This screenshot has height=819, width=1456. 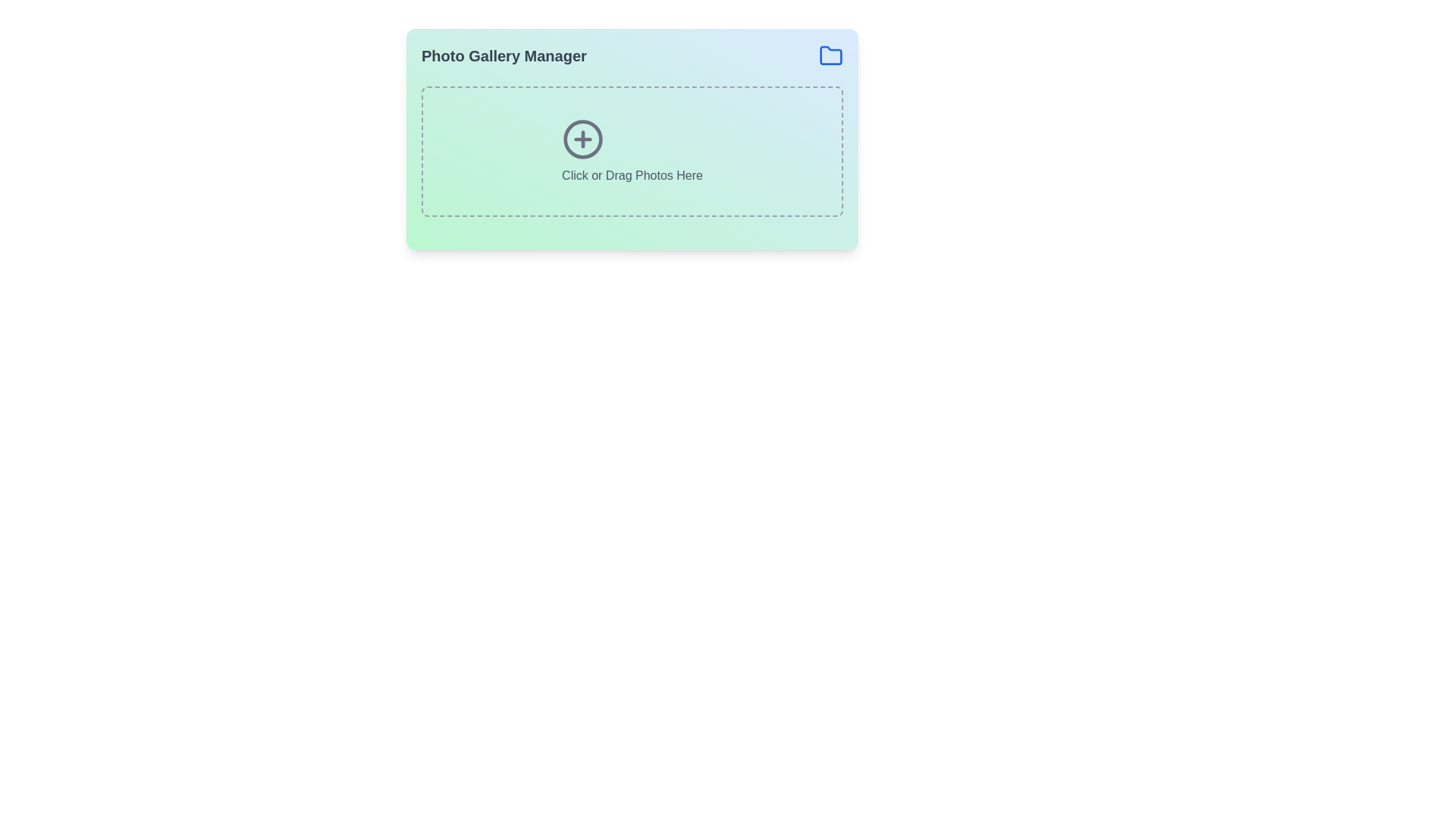 I want to click on the circular icon button with a plus sign in its center, so click(x=582, y=140).